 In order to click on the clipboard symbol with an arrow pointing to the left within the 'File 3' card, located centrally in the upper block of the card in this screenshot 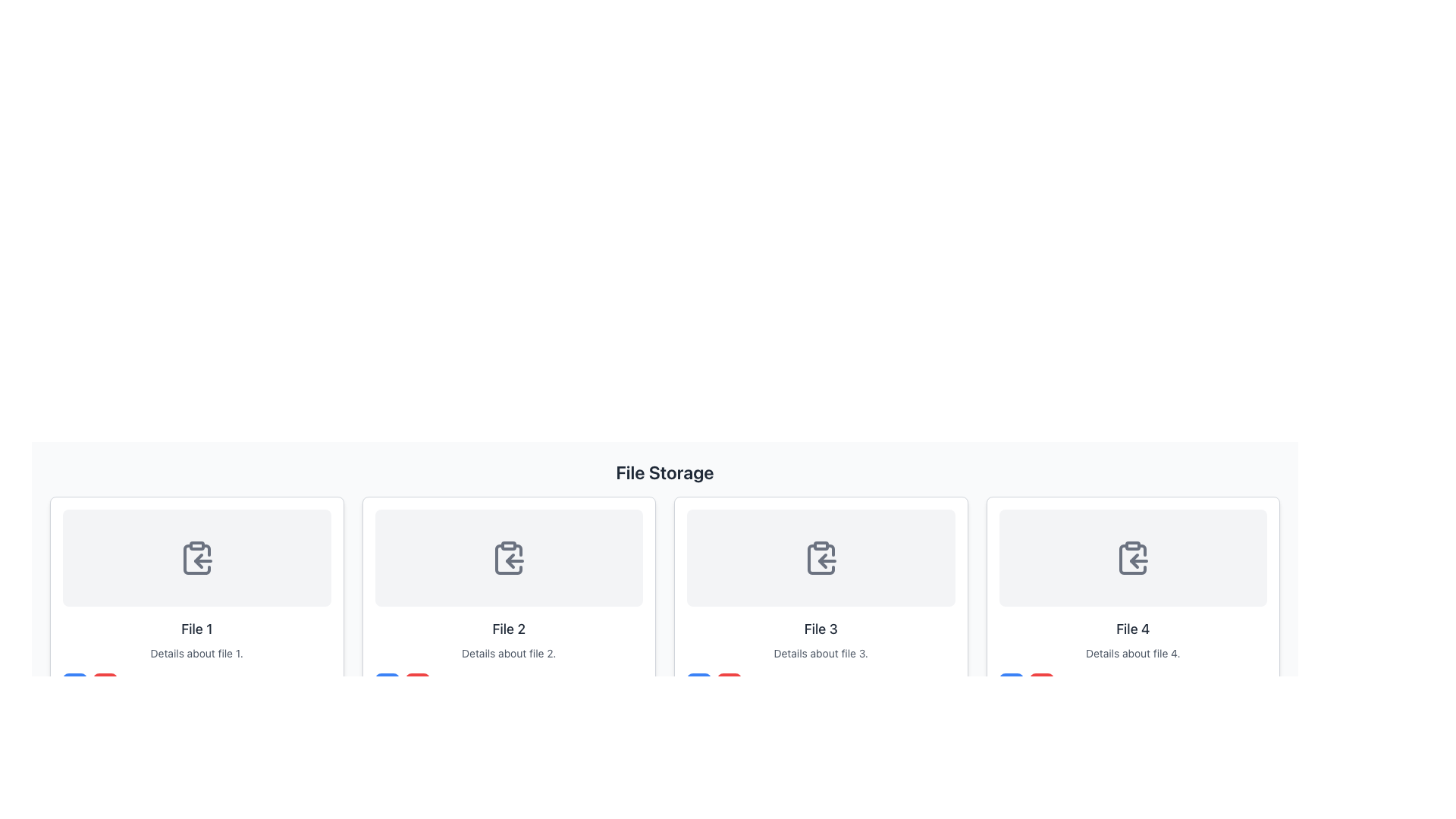, I will do `click(820, 559)`.